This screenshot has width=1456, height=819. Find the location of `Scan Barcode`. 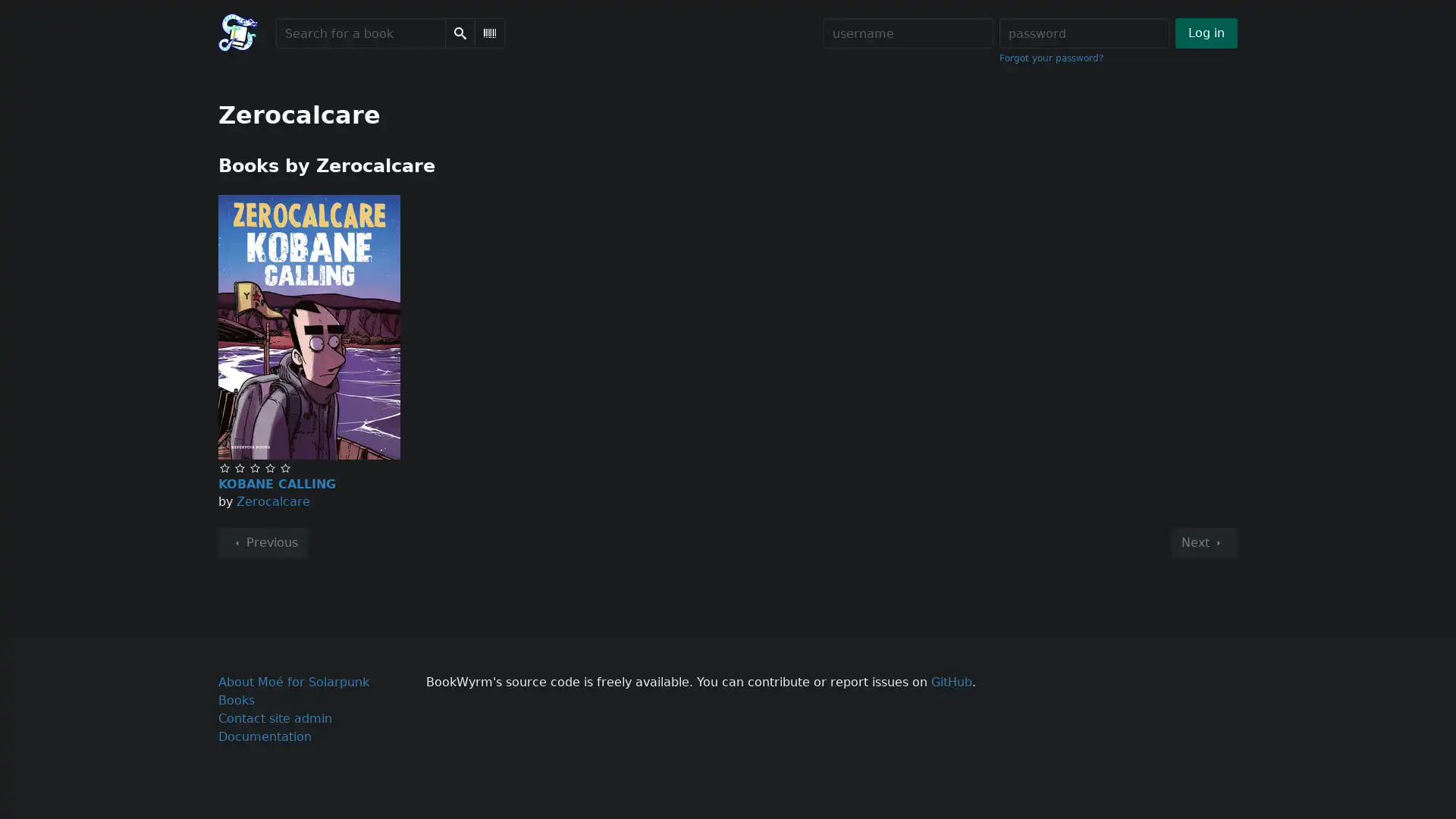

Scan Barcode is located at coordinates (490, 33).